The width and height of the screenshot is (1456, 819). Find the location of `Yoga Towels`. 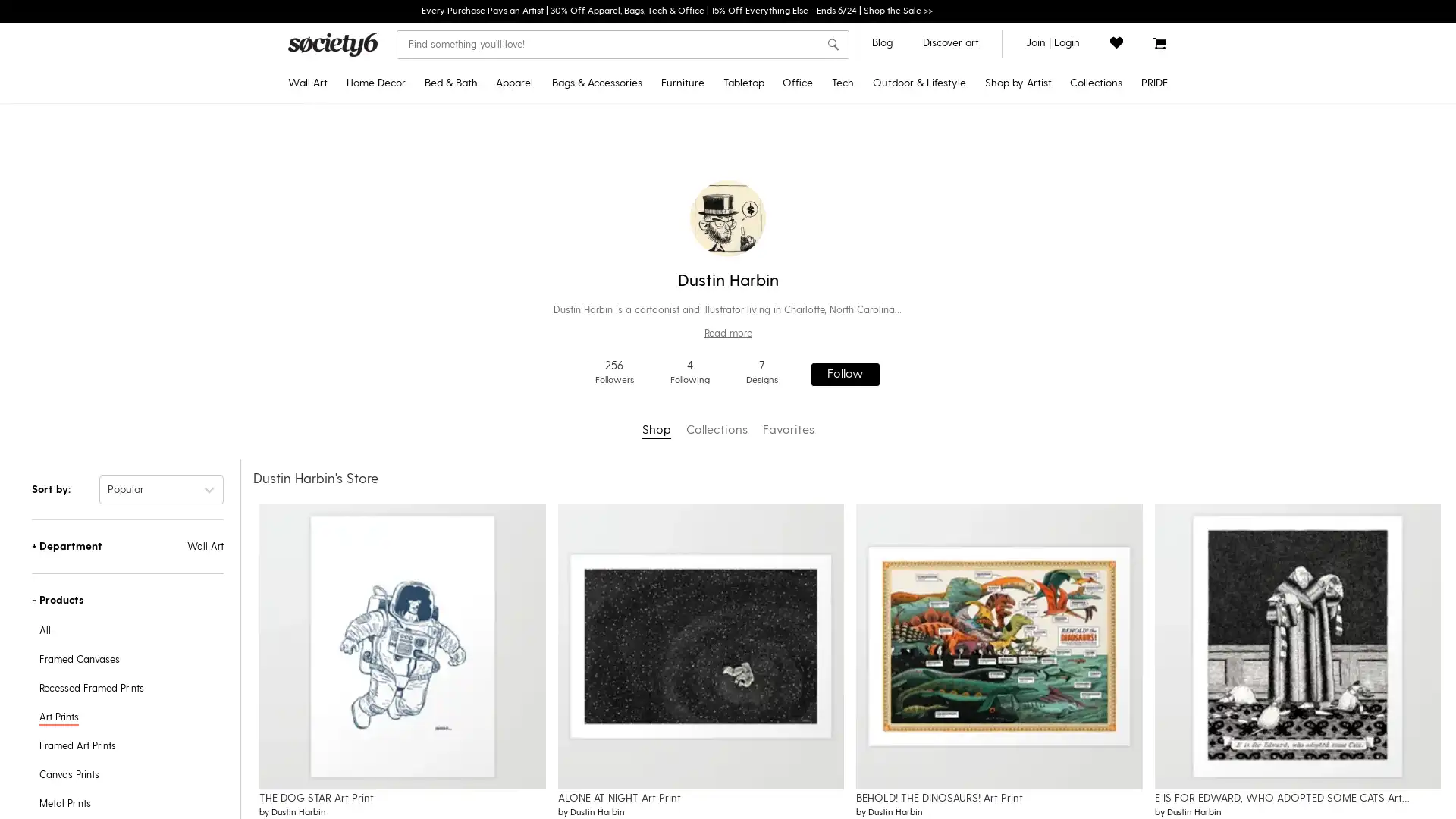

Yoga Towels is located at coordinates (939, 171).